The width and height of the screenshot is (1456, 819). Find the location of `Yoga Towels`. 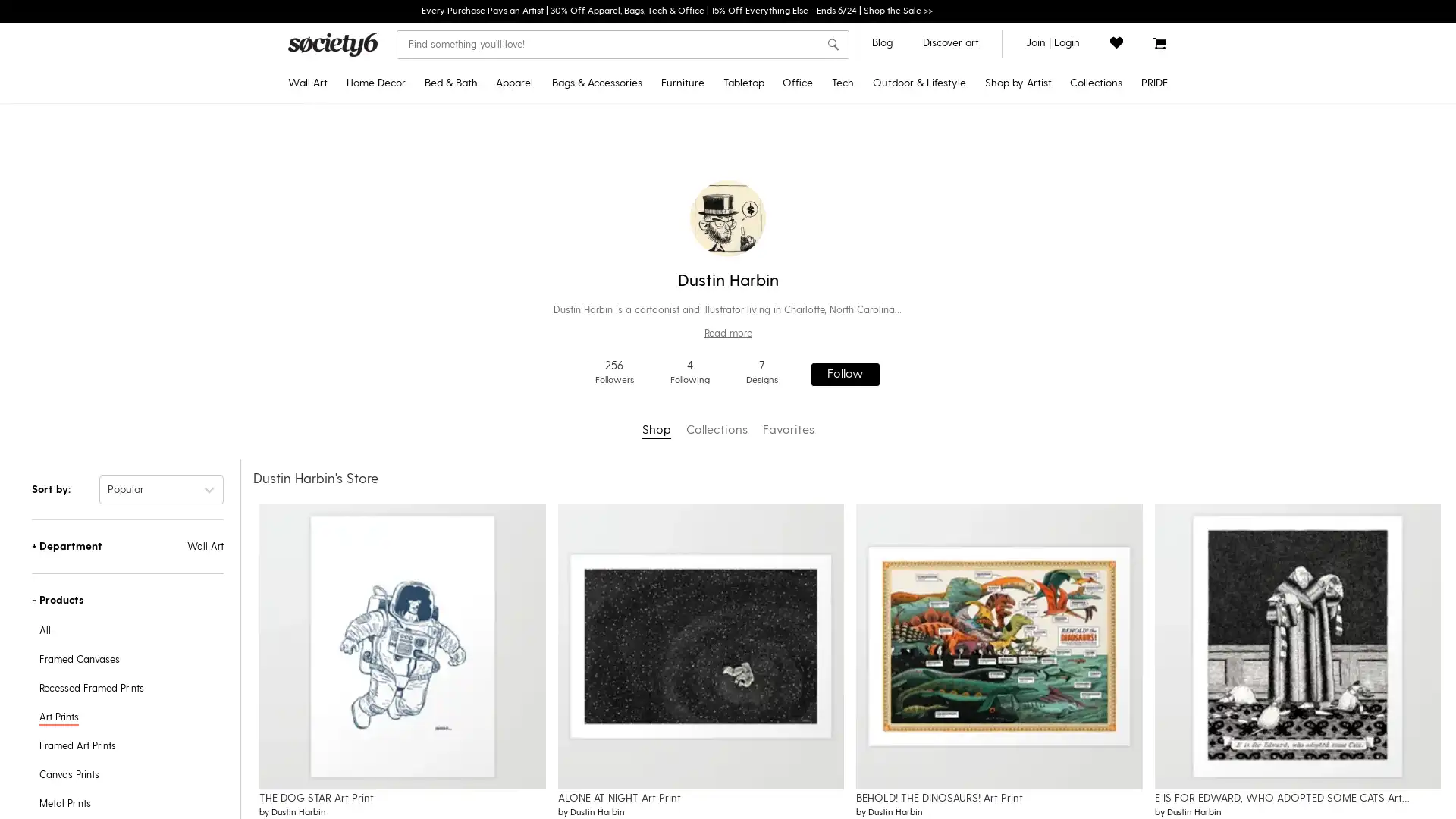

Yoga Towels is located at coordinates (939, 171).